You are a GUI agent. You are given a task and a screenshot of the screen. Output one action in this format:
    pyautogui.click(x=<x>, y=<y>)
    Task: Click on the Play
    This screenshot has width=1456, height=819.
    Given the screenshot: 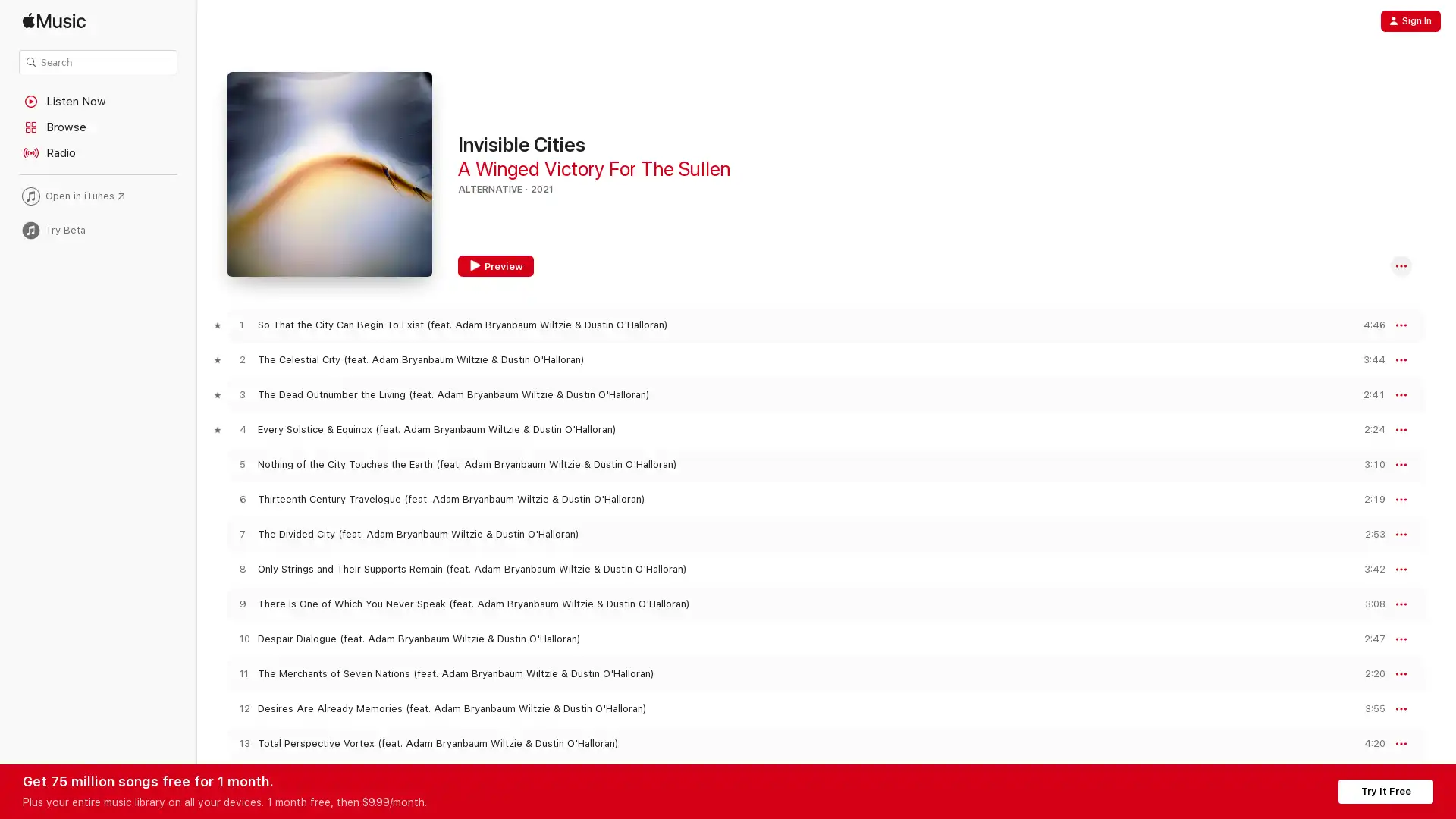 What is the action you would take?
    pyautogui.click(x=241, y=569)
    